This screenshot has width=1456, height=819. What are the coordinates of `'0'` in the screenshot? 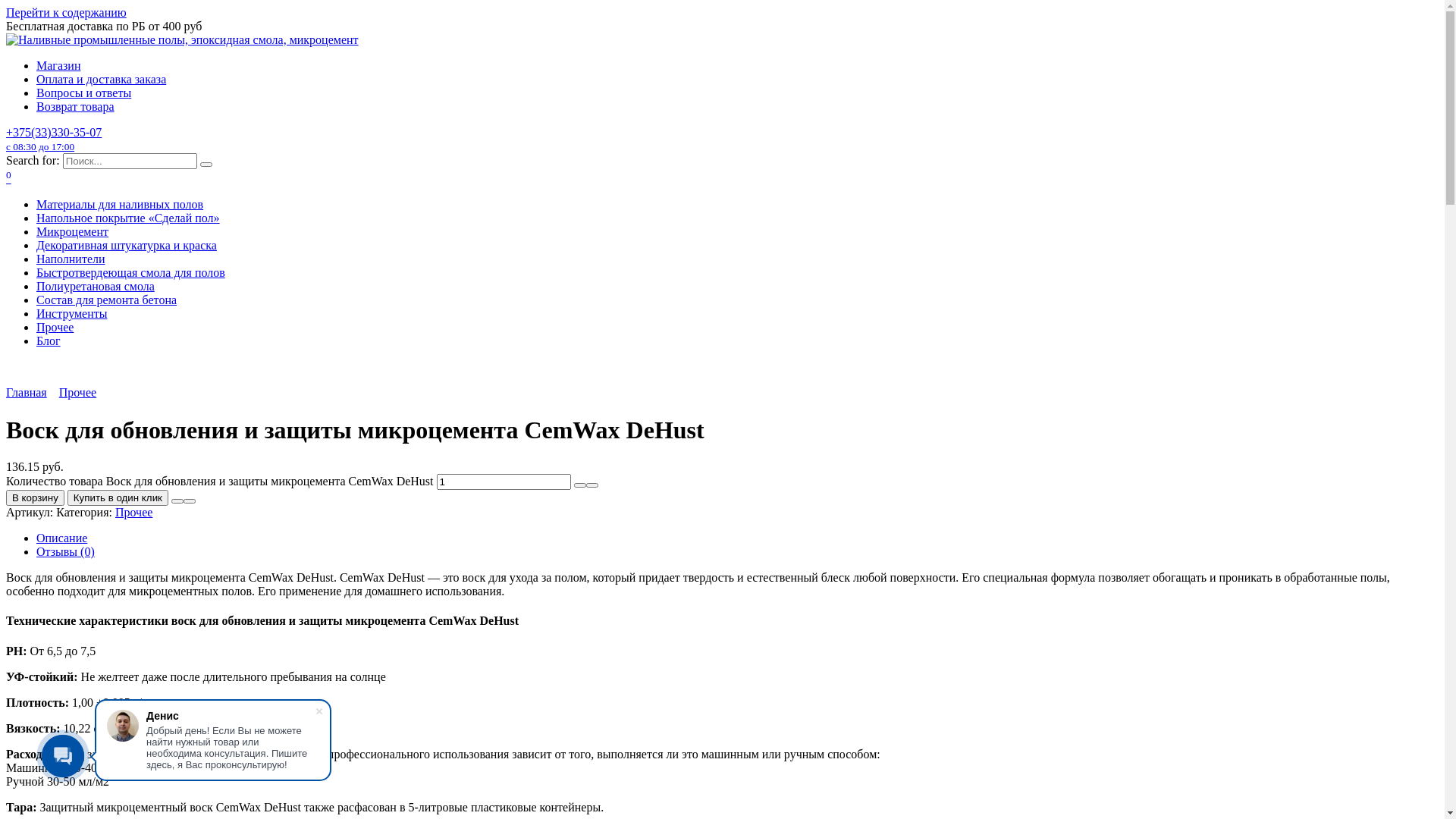 It's located at (8, 177).